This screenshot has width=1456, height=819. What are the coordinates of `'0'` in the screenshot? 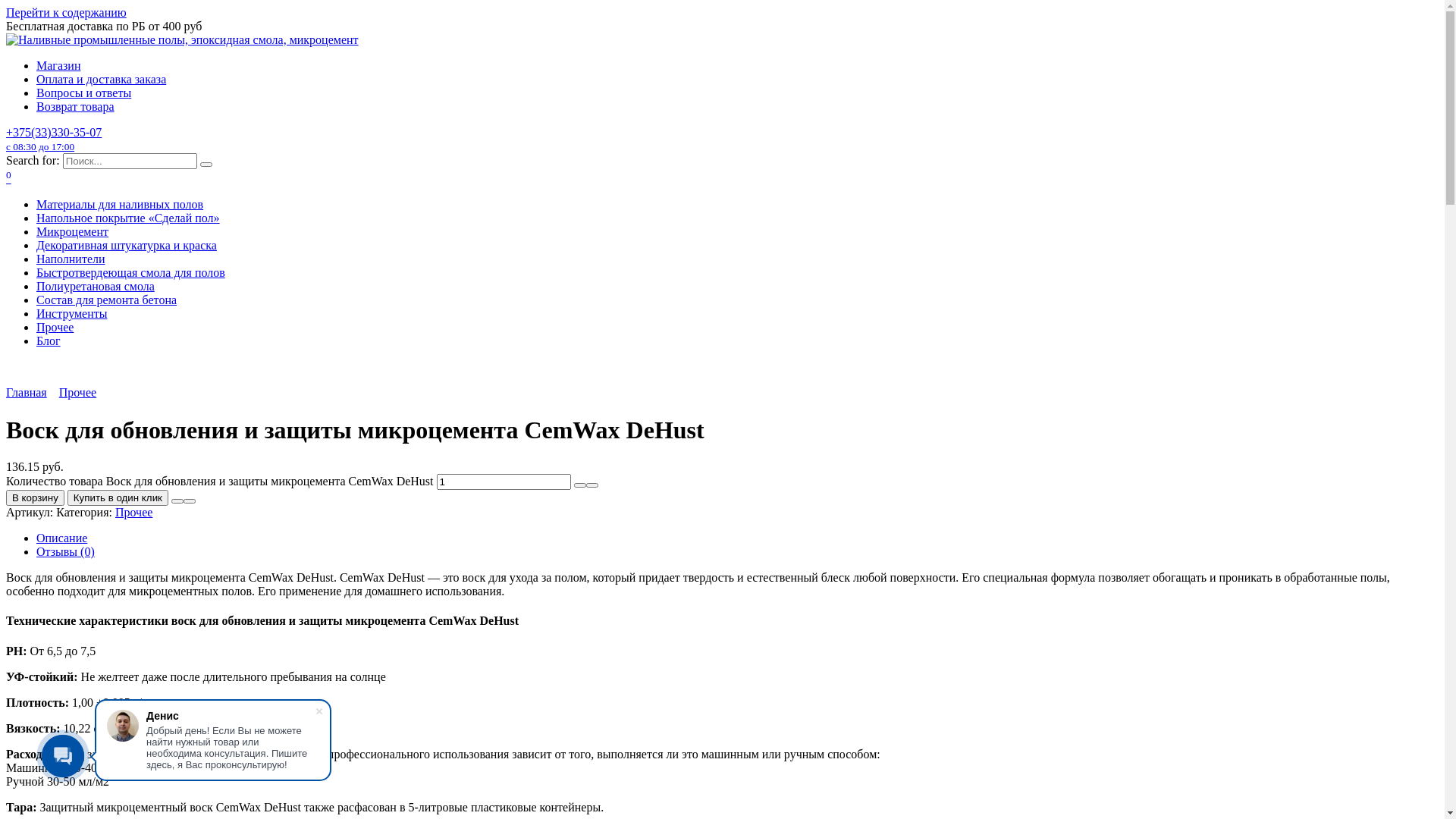 It's located at (8, 177).